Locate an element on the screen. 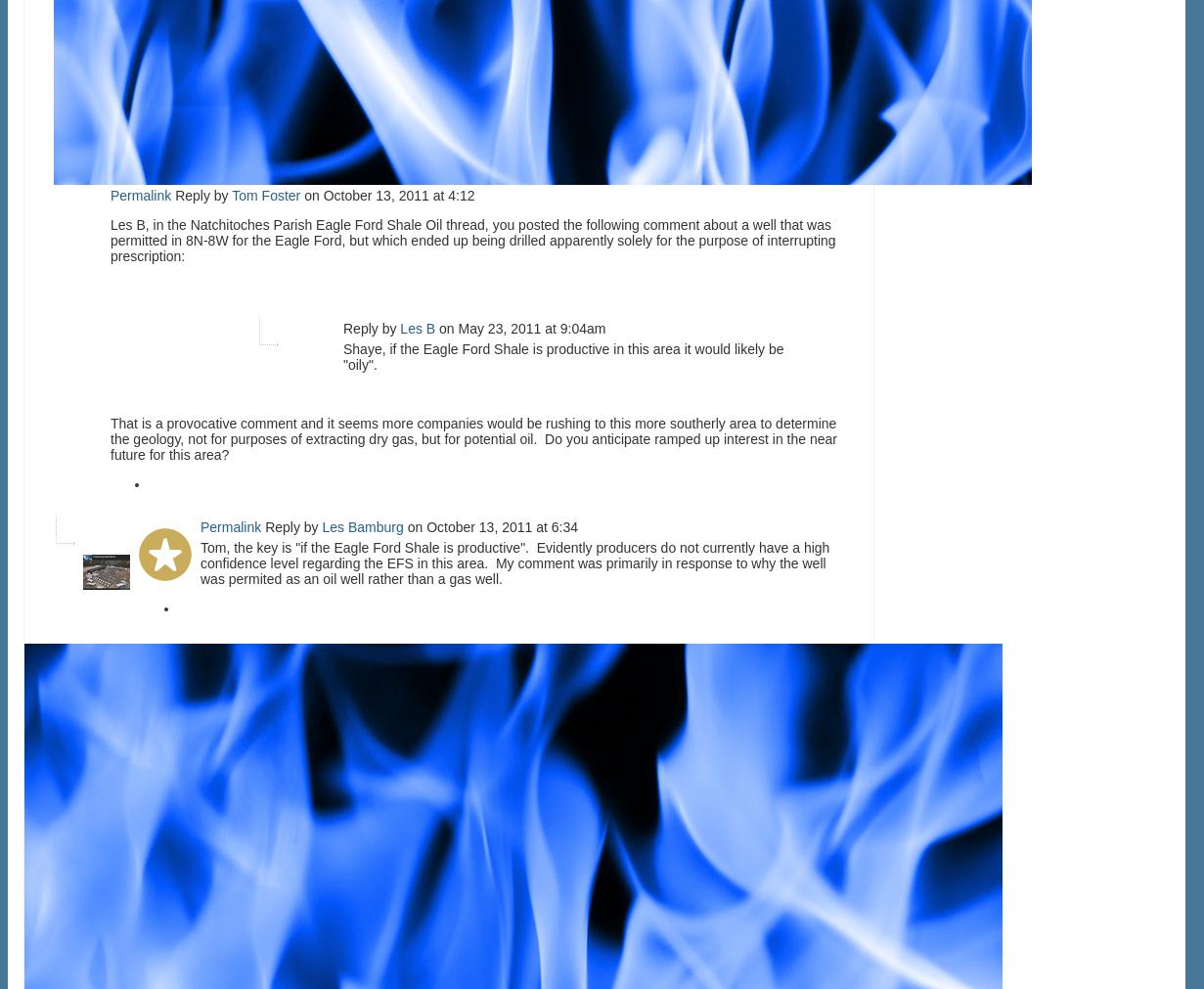 The height and width of the screenshot is (989, 1204). 'Les Bamburg' is located at coordinates (362, 526).